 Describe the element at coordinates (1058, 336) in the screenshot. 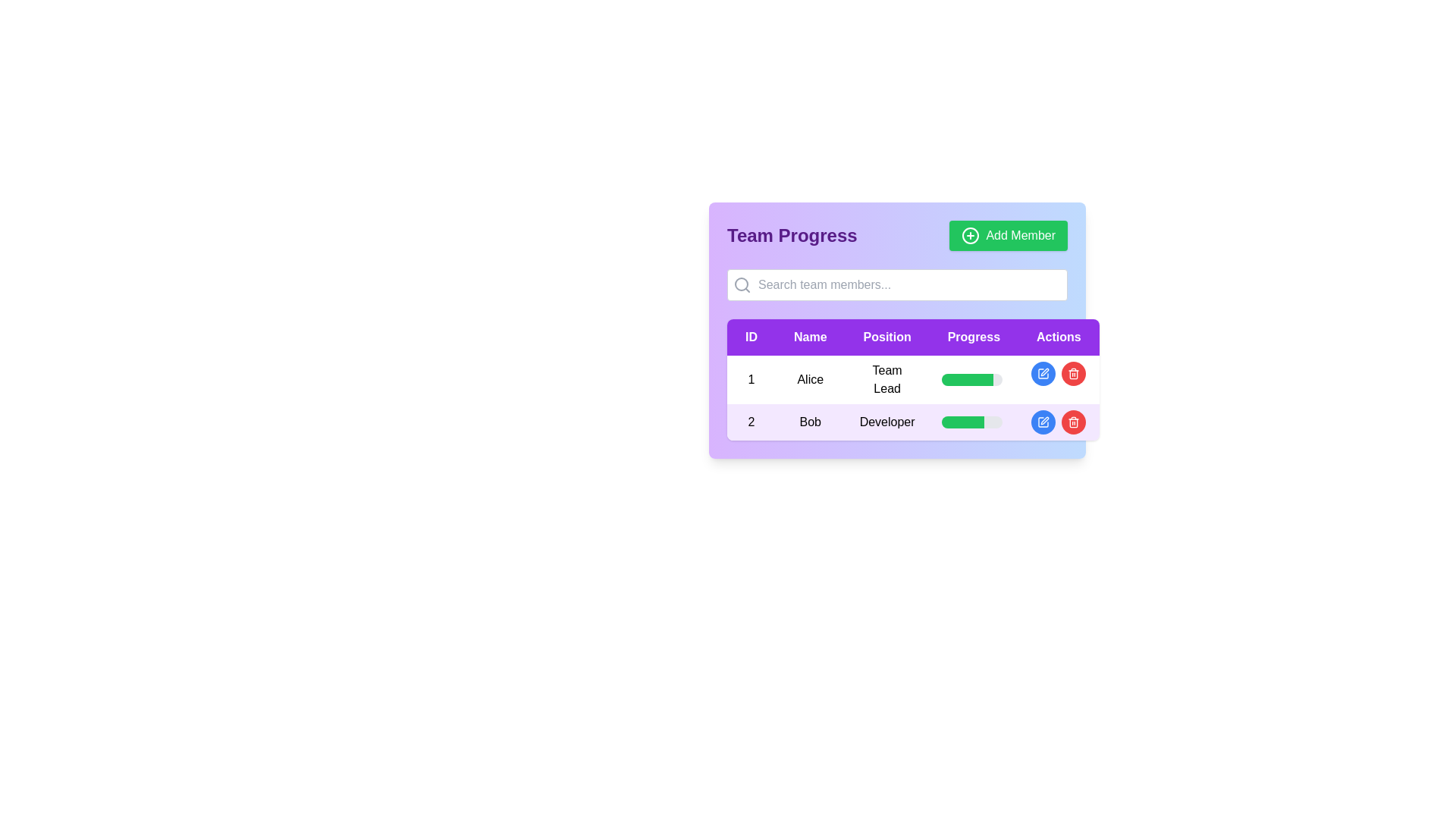

I see `the 'Actions' static text label located in the fifth column of the table header, which is displayed in white on a vibrant purple background` at that location.